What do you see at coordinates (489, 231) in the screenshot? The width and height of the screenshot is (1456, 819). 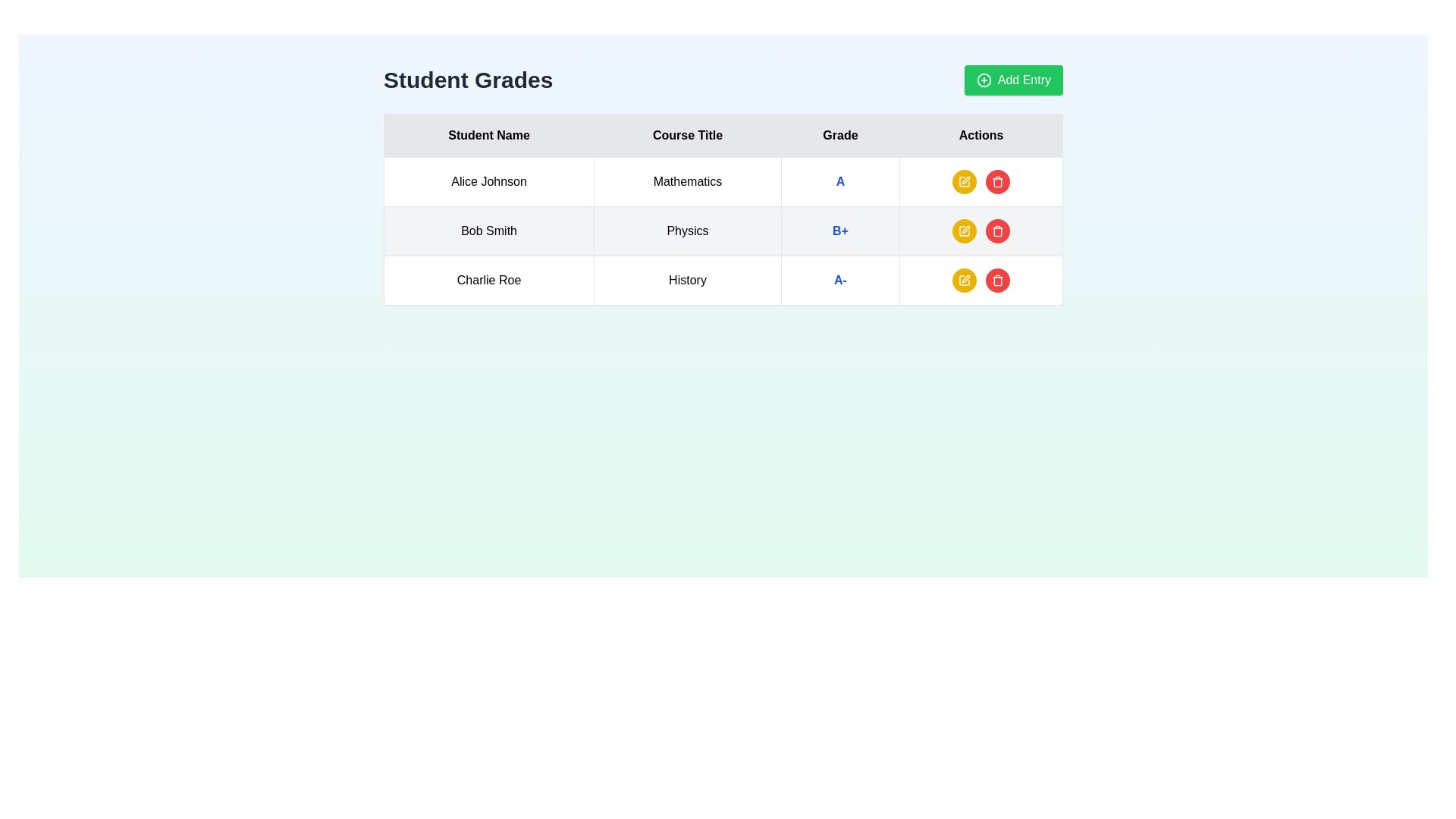 I see `the static text label displaying 'Bob Smith' located in the second row, first column of the table under the 'Student Name' header` at bounding box center [489, 231].